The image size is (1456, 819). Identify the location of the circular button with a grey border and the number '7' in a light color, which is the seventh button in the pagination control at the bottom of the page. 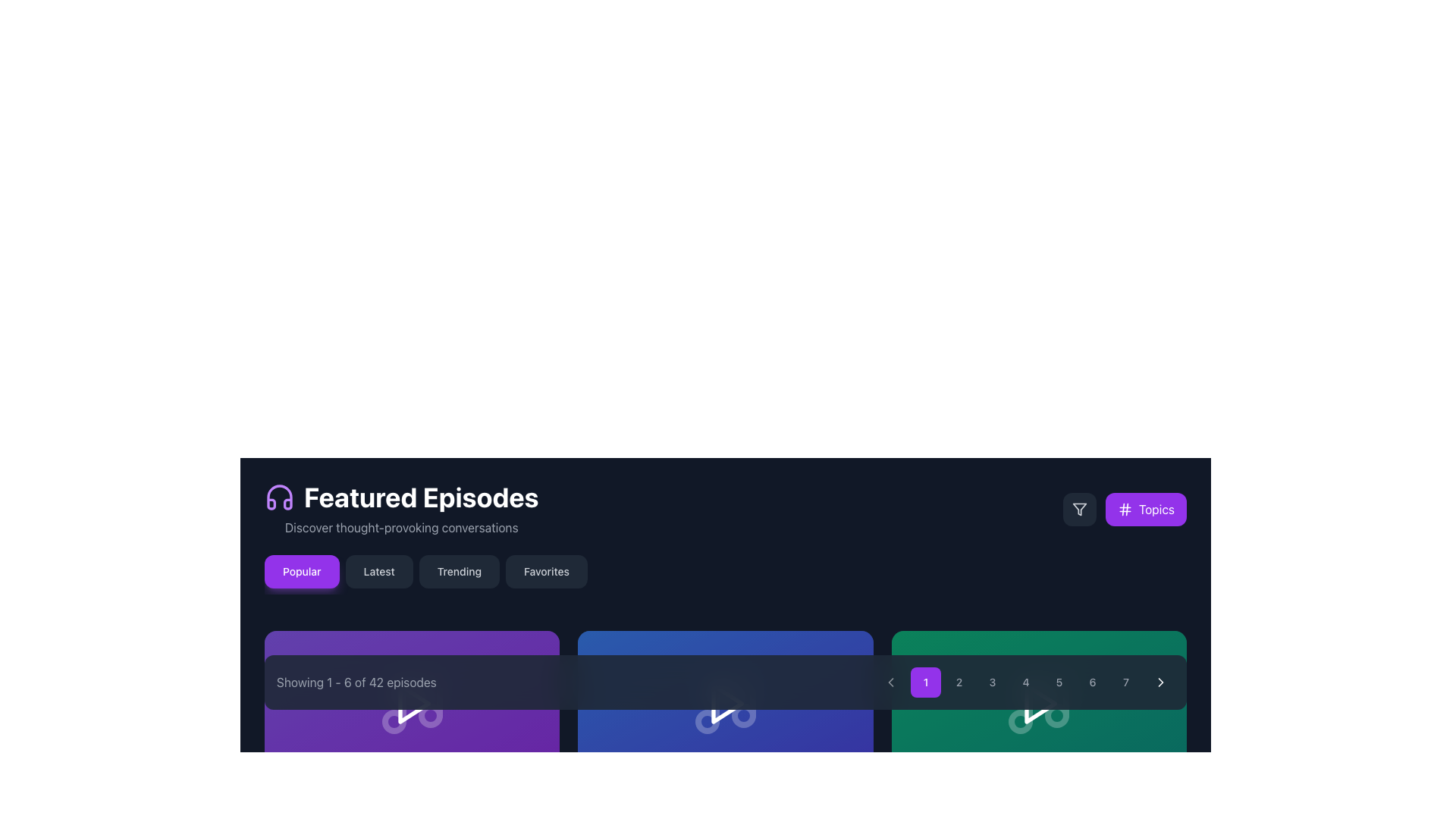
(1125, 681).